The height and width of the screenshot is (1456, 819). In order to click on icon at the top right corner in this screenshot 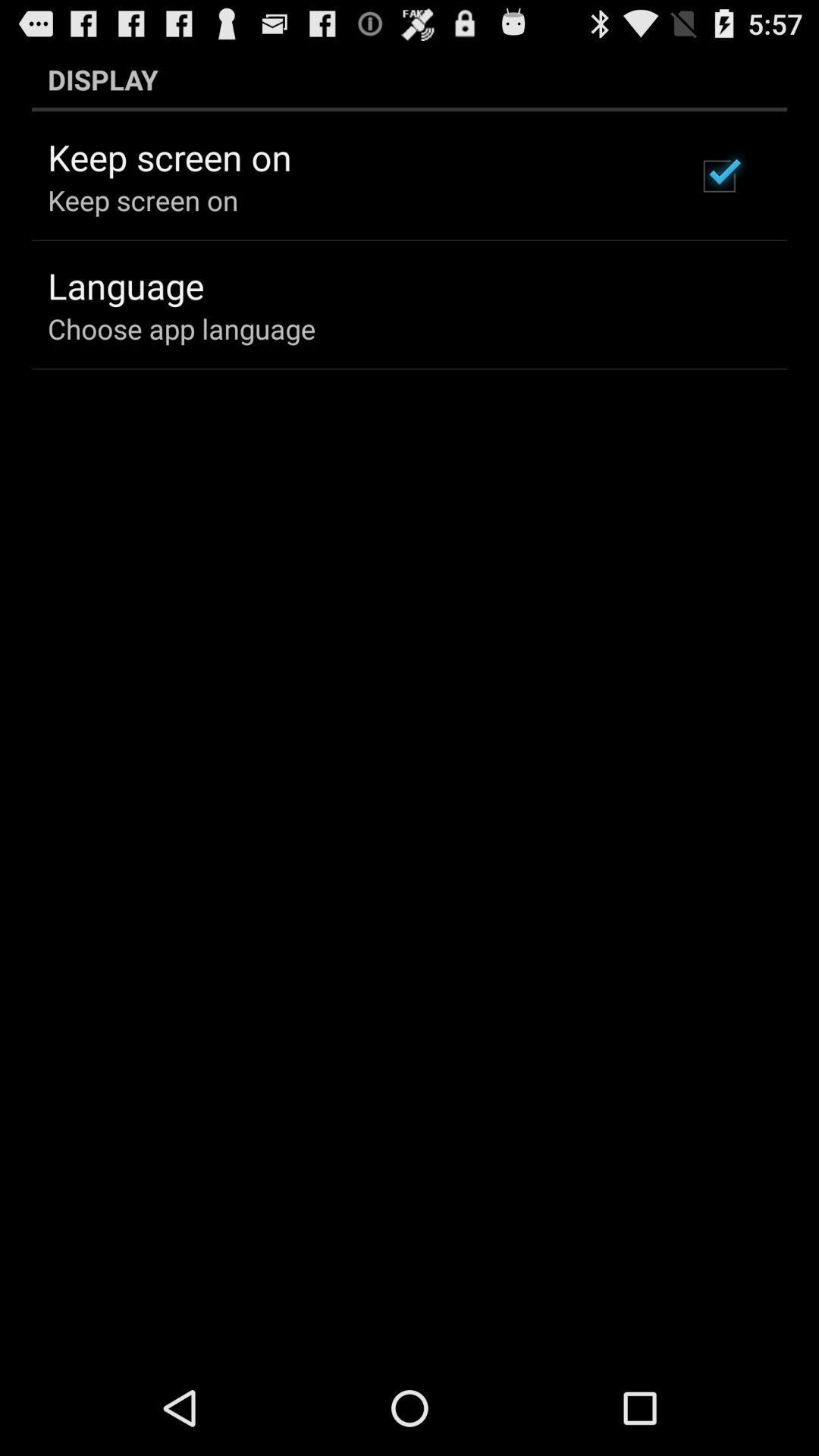, I will do `click(718, 176)`.